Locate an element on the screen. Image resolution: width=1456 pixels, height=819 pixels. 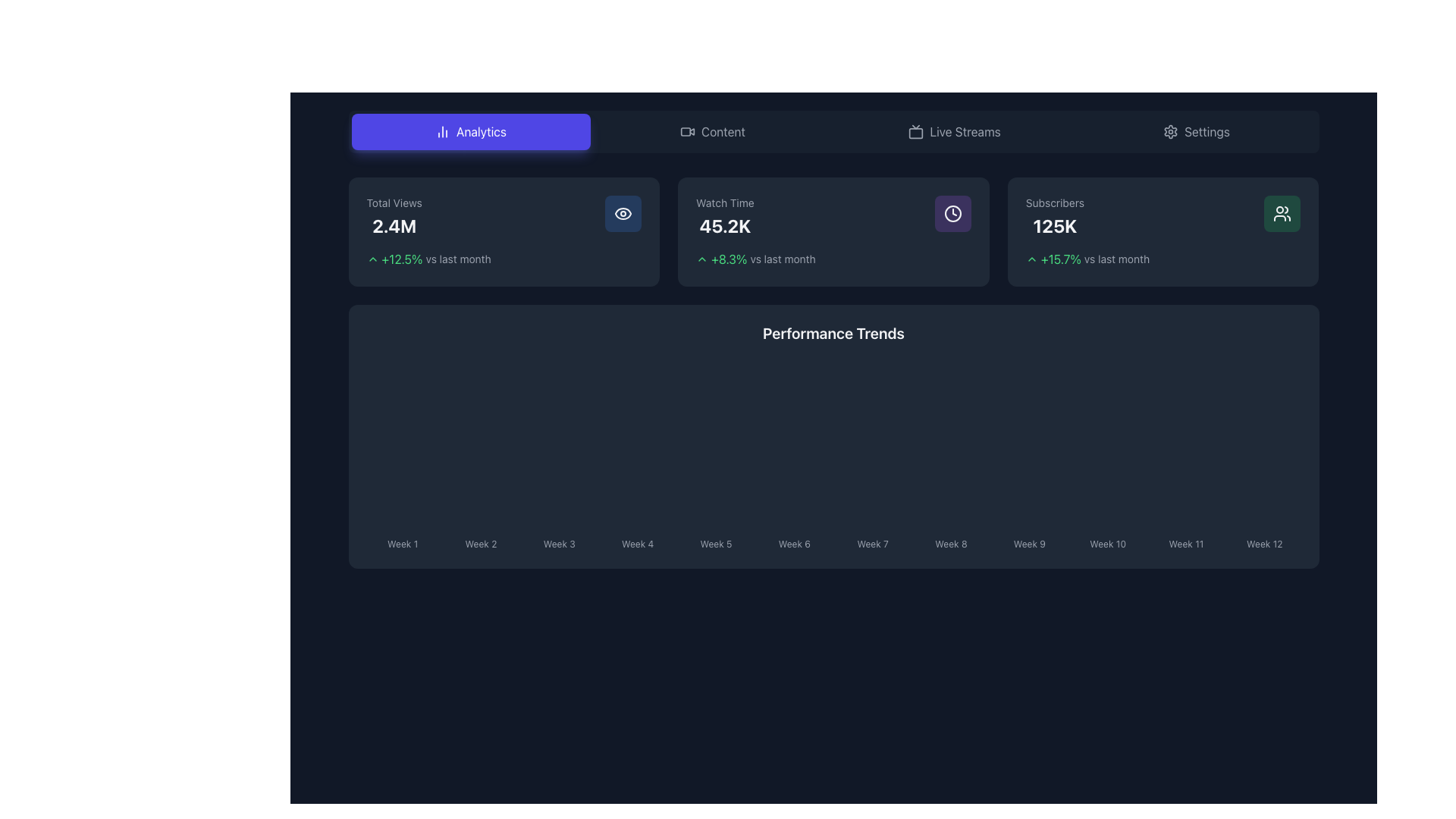
the label that denotes 'Week 9' in the performance trend visual representation, which is the ninth item in a horizontal sequence of labels beneath 'Performance Trends' is located at coordinates (1029, 540).